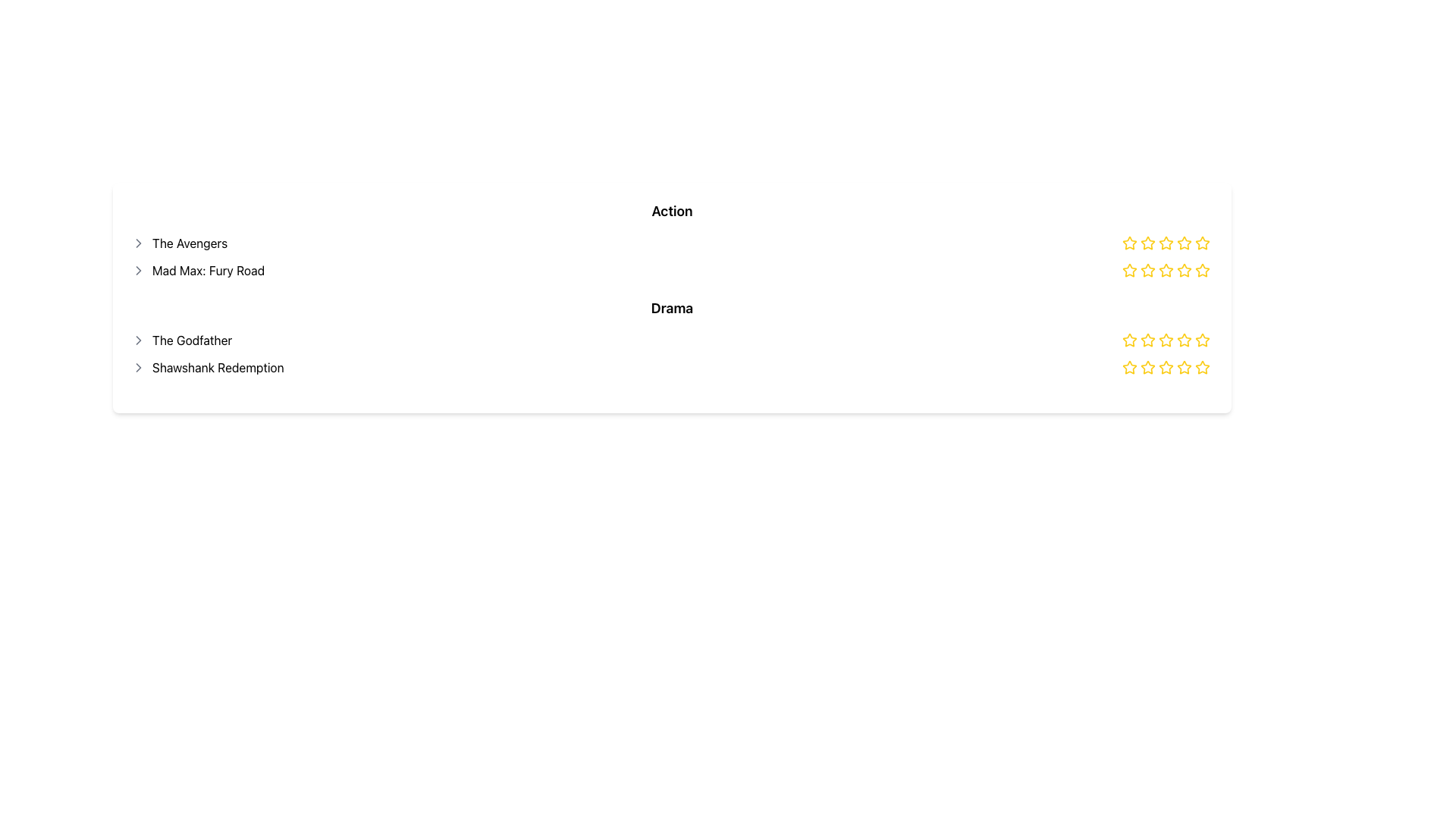  What do you see at coordinates (138, 242) in the screenshot?
I see `the chevron icon located to the left of the text 'The Avengers'` at bounding box center [138, 242].